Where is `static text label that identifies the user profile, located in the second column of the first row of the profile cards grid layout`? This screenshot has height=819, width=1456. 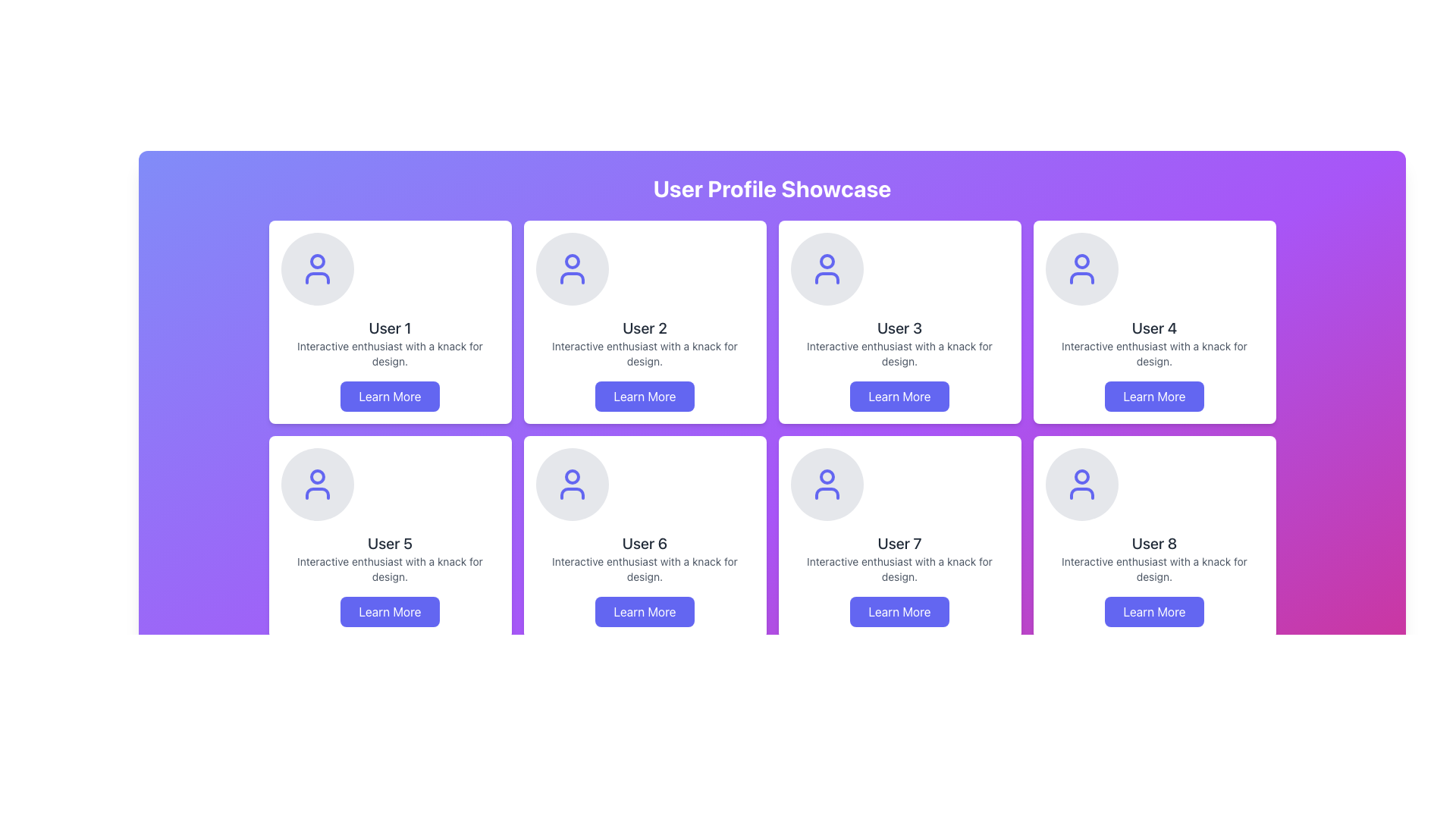
static text label that identifies the user profile, located in the second column of the first row of the profile cards grid layout is located at coordinates (645, 327).